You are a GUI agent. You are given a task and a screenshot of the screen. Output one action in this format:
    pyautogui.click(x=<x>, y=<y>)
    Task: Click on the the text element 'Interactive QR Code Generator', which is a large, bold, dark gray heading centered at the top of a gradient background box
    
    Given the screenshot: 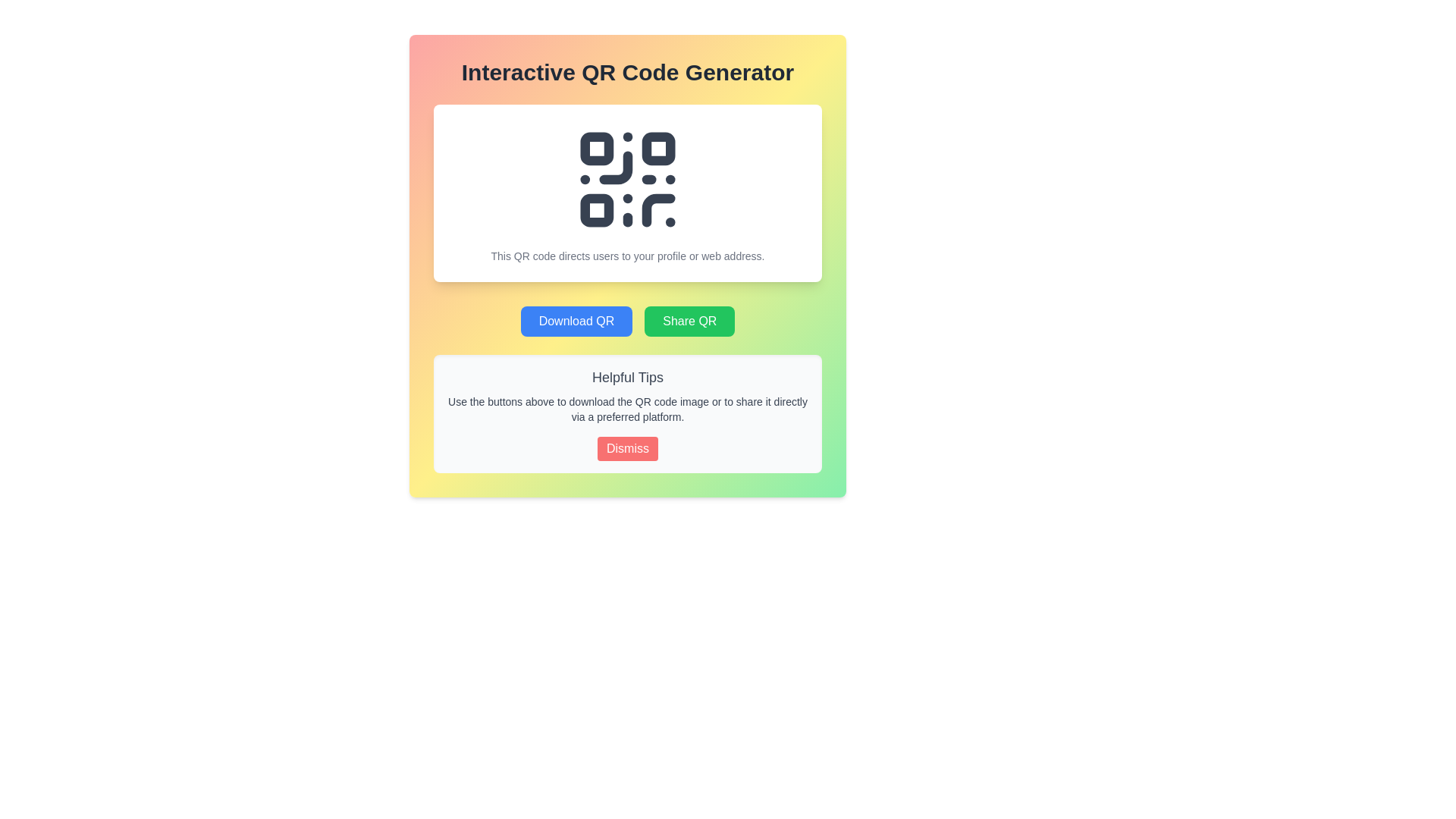 What is the action you would take?
    pyautogui.click(x=628, y=73)
    